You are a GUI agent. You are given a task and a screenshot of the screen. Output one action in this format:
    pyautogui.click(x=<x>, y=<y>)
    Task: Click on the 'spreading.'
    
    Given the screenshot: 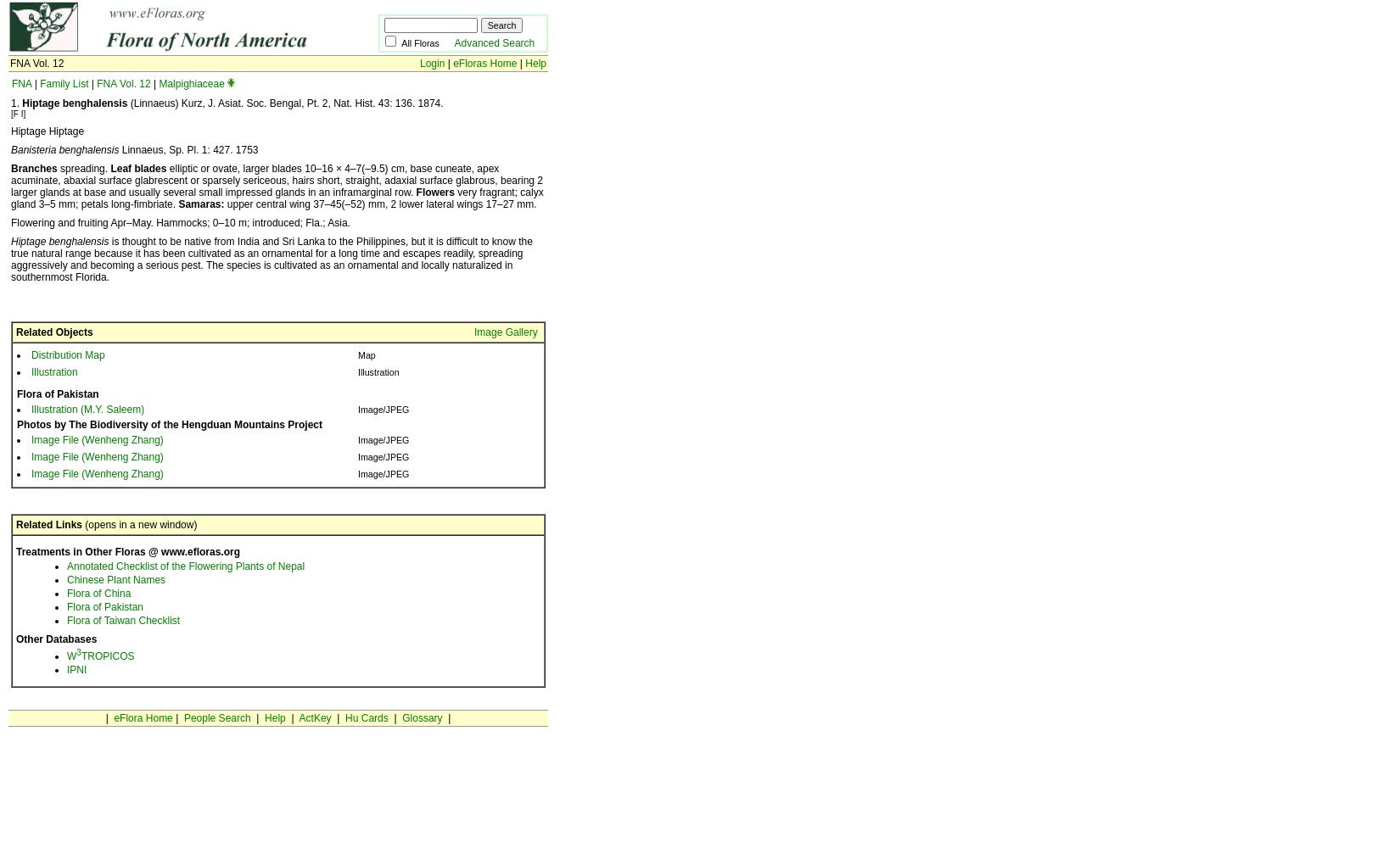 What is the action you would take?
    pyautogui.click(x=83, y=168)
    